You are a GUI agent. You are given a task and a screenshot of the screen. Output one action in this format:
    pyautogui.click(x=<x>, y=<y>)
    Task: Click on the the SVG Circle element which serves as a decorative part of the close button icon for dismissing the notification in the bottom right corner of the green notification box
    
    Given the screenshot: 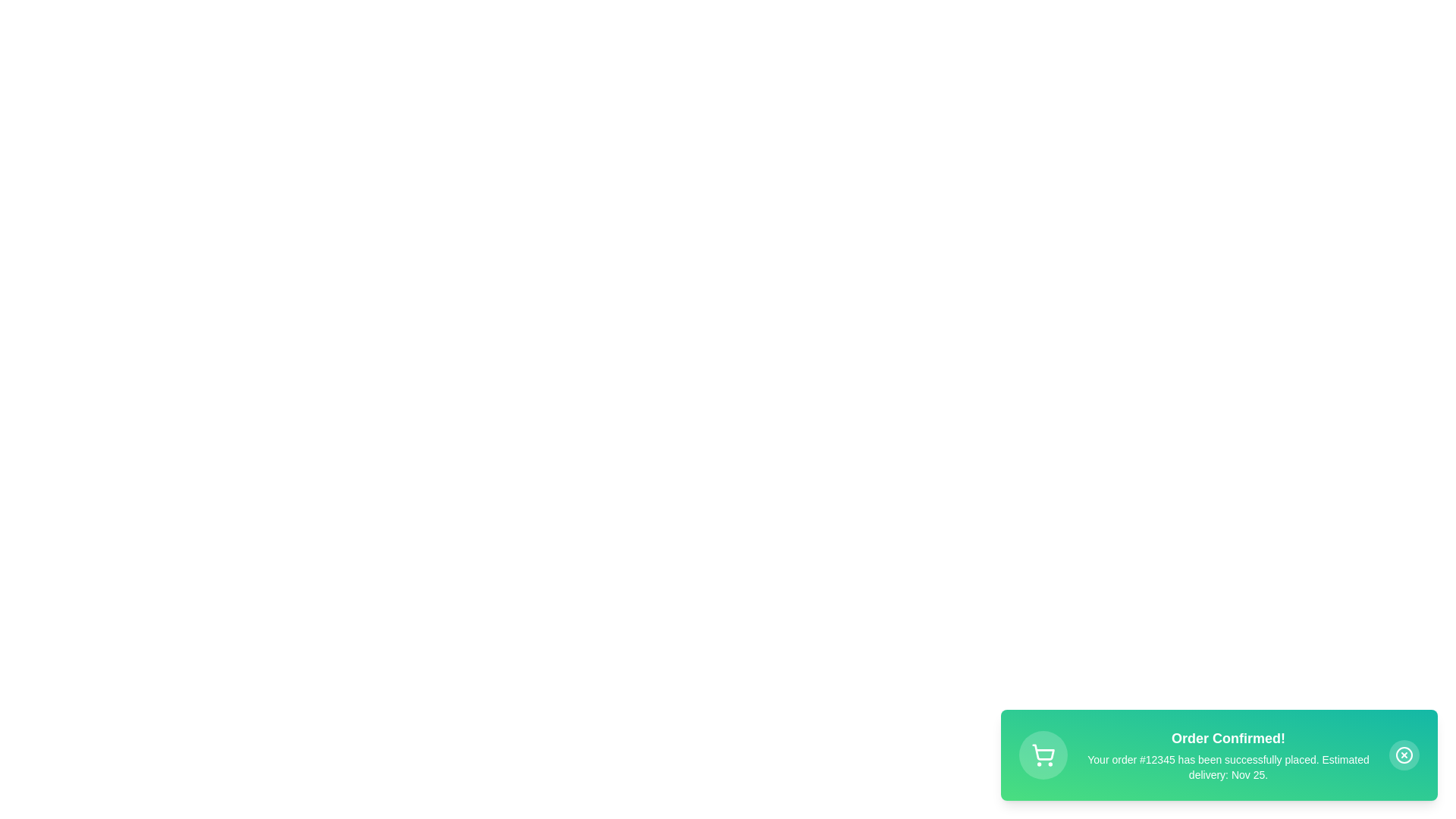 What is the action you would take?
    pyautogui.click(x=1404, y=755)
    